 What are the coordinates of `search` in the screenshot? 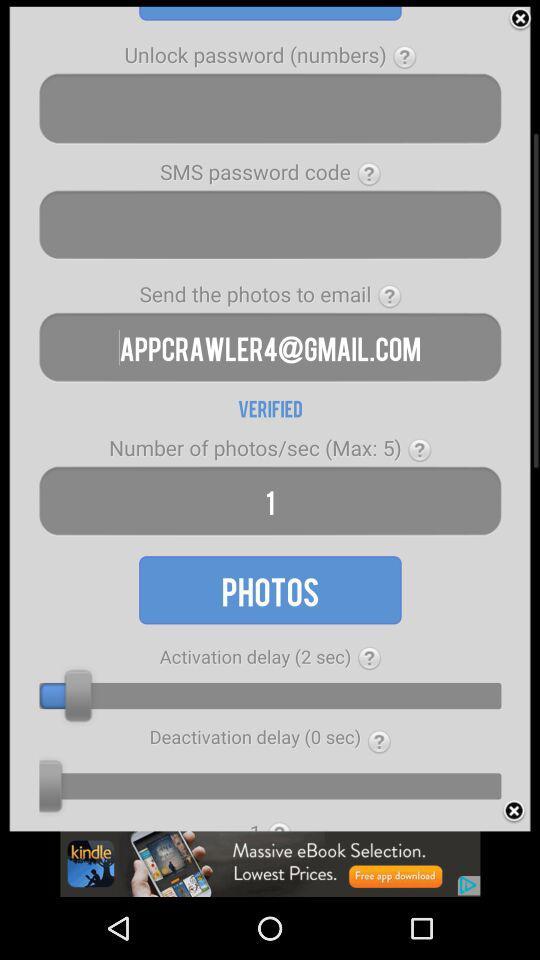 It's located at (270, 225).